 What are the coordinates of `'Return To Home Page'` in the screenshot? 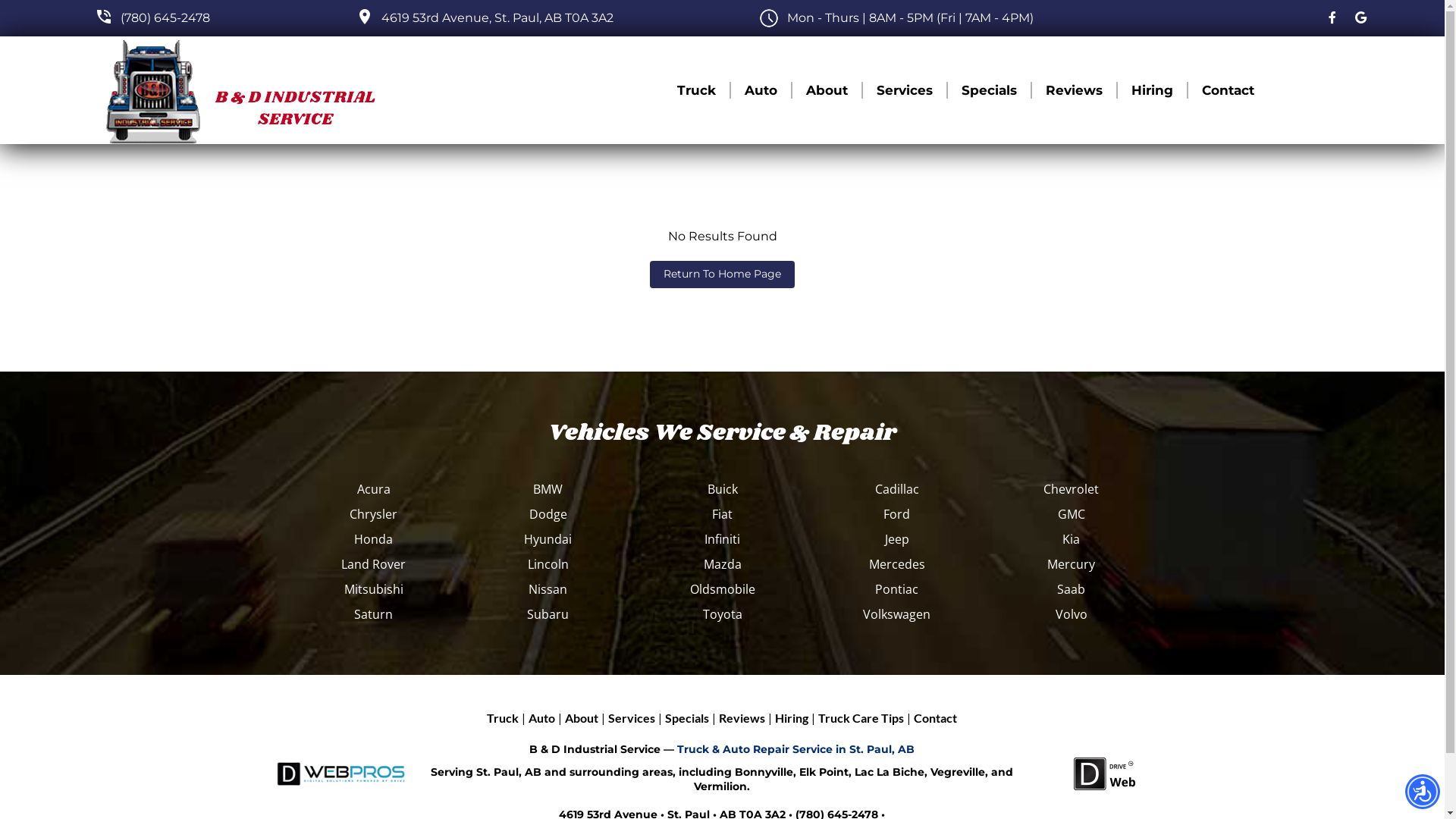 It's located at (721, 275).